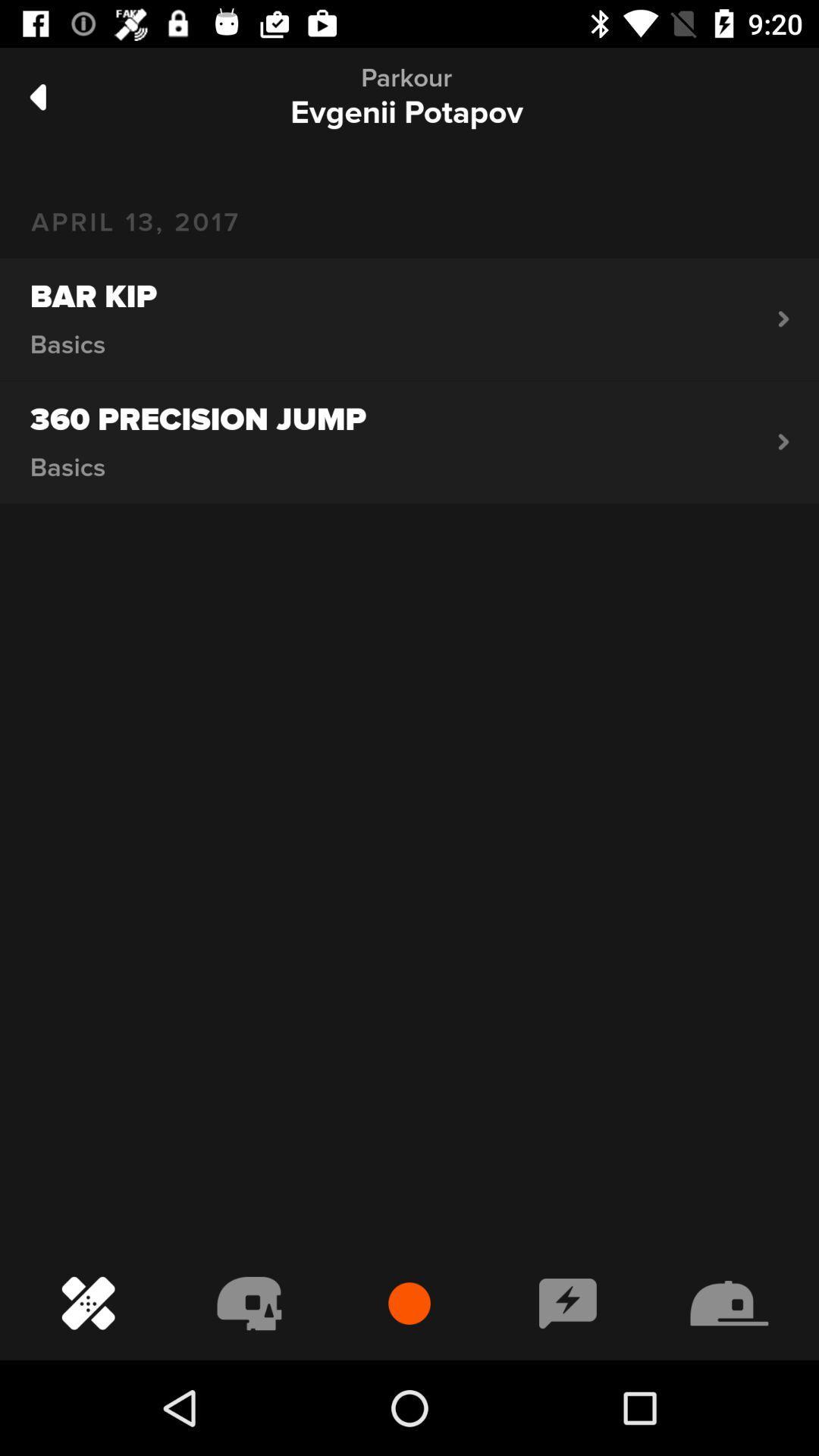  I want to click on the bottom left icon, so click(88, 1303).